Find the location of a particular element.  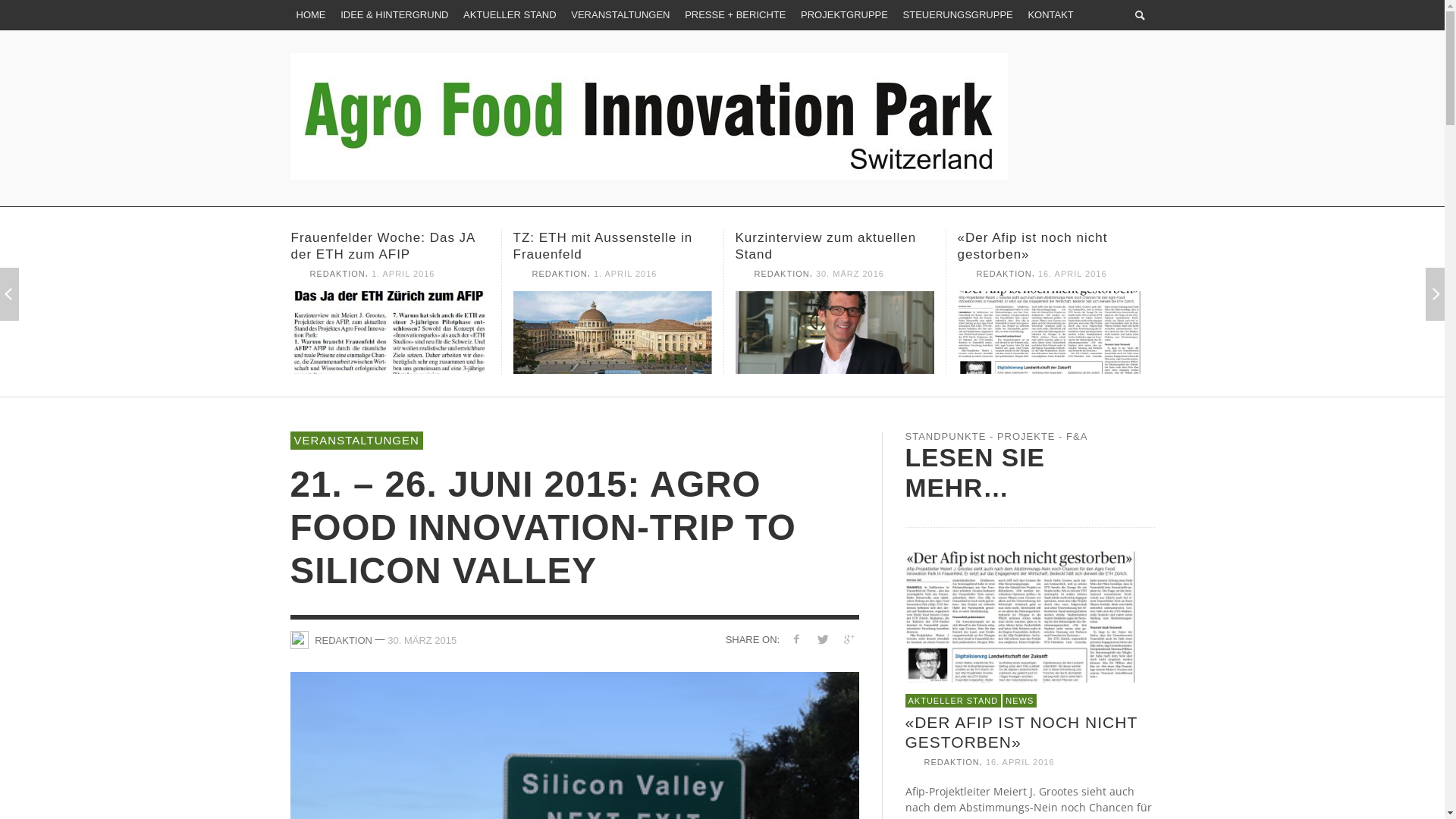

'Share on Google+' is located at coordinates (848, 639).